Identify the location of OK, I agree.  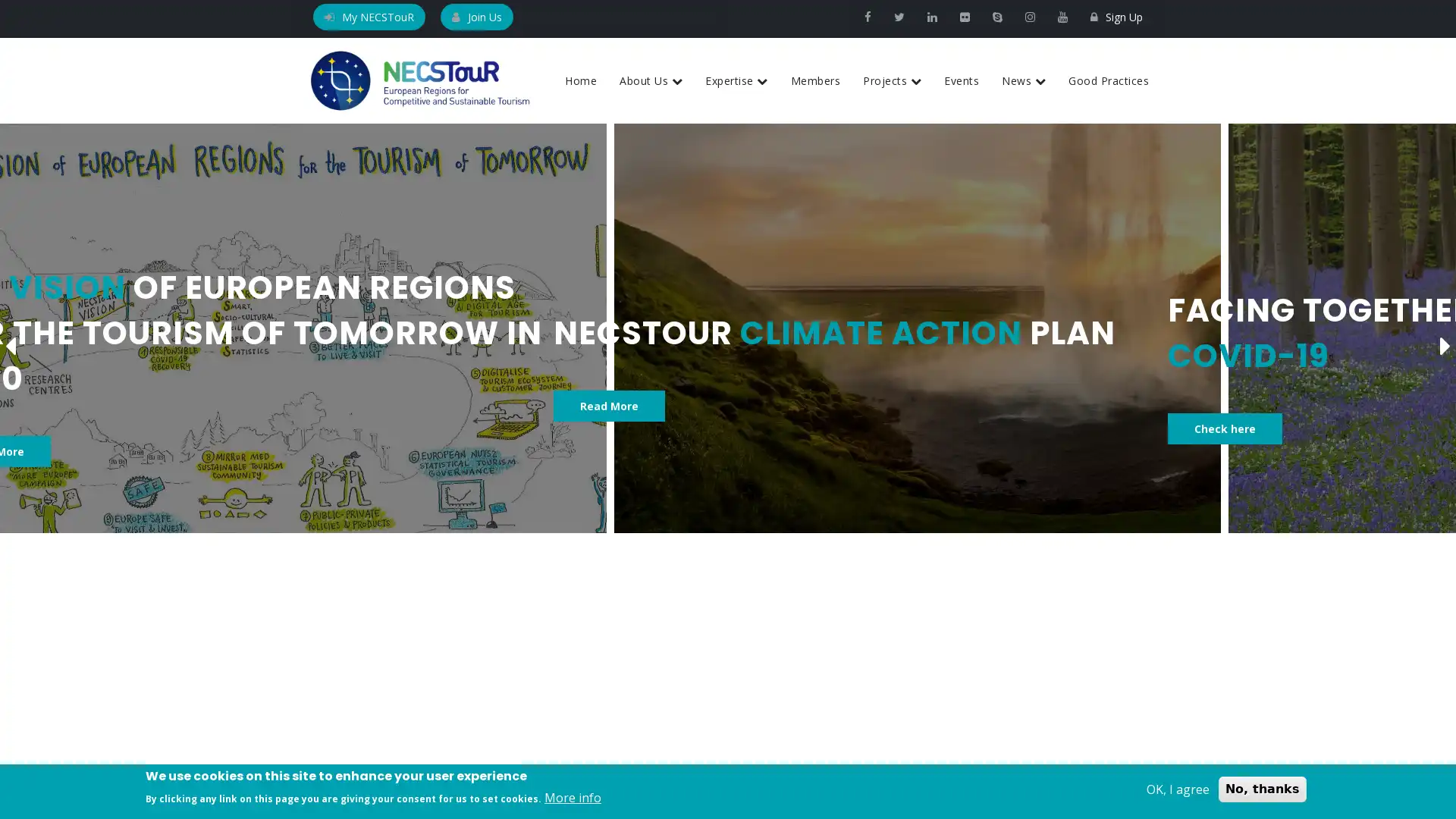
(1177, 789).